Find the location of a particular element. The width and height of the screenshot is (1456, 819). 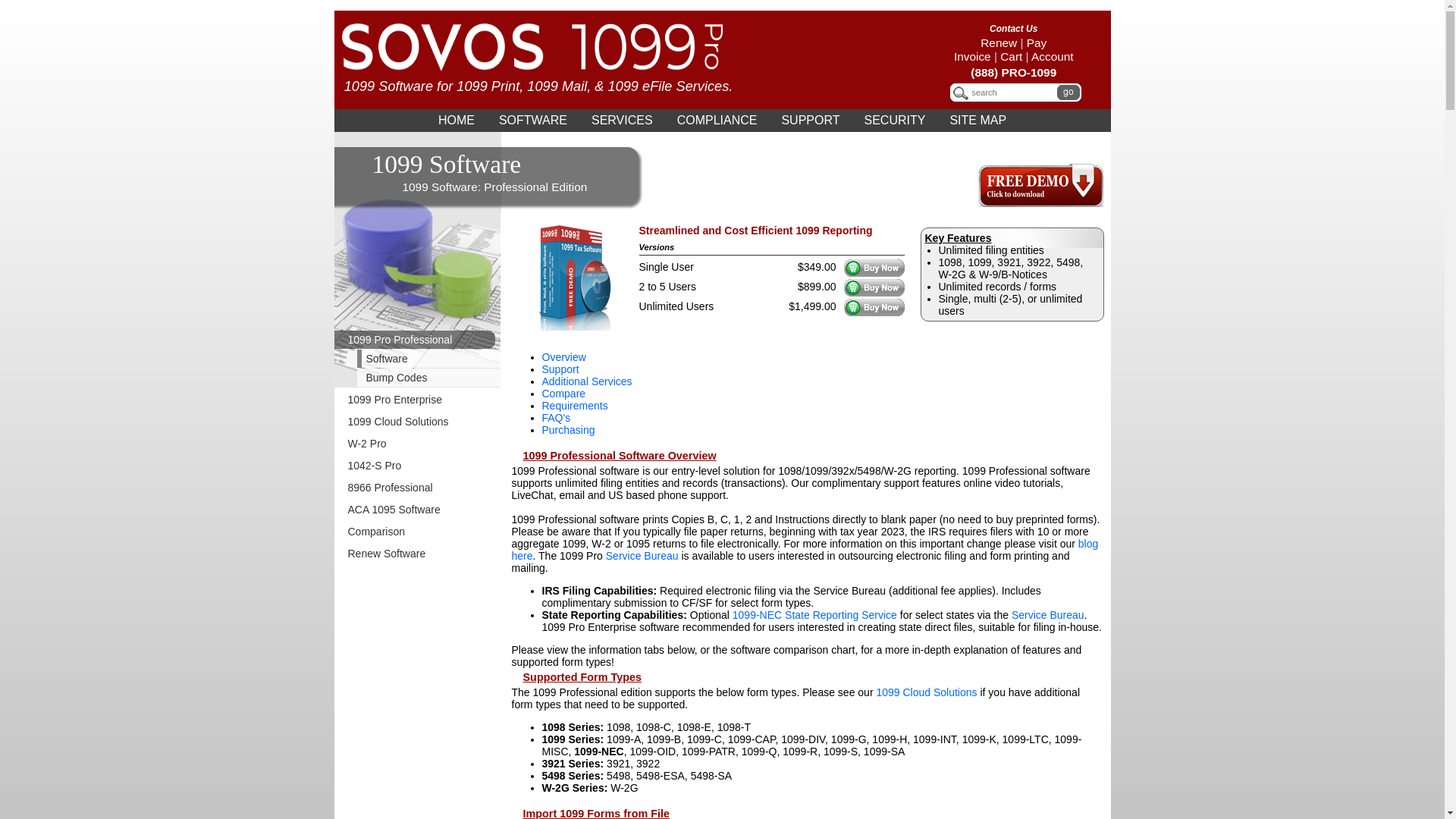

'1099 Pro Professional' is located at coordinates (333, 338).